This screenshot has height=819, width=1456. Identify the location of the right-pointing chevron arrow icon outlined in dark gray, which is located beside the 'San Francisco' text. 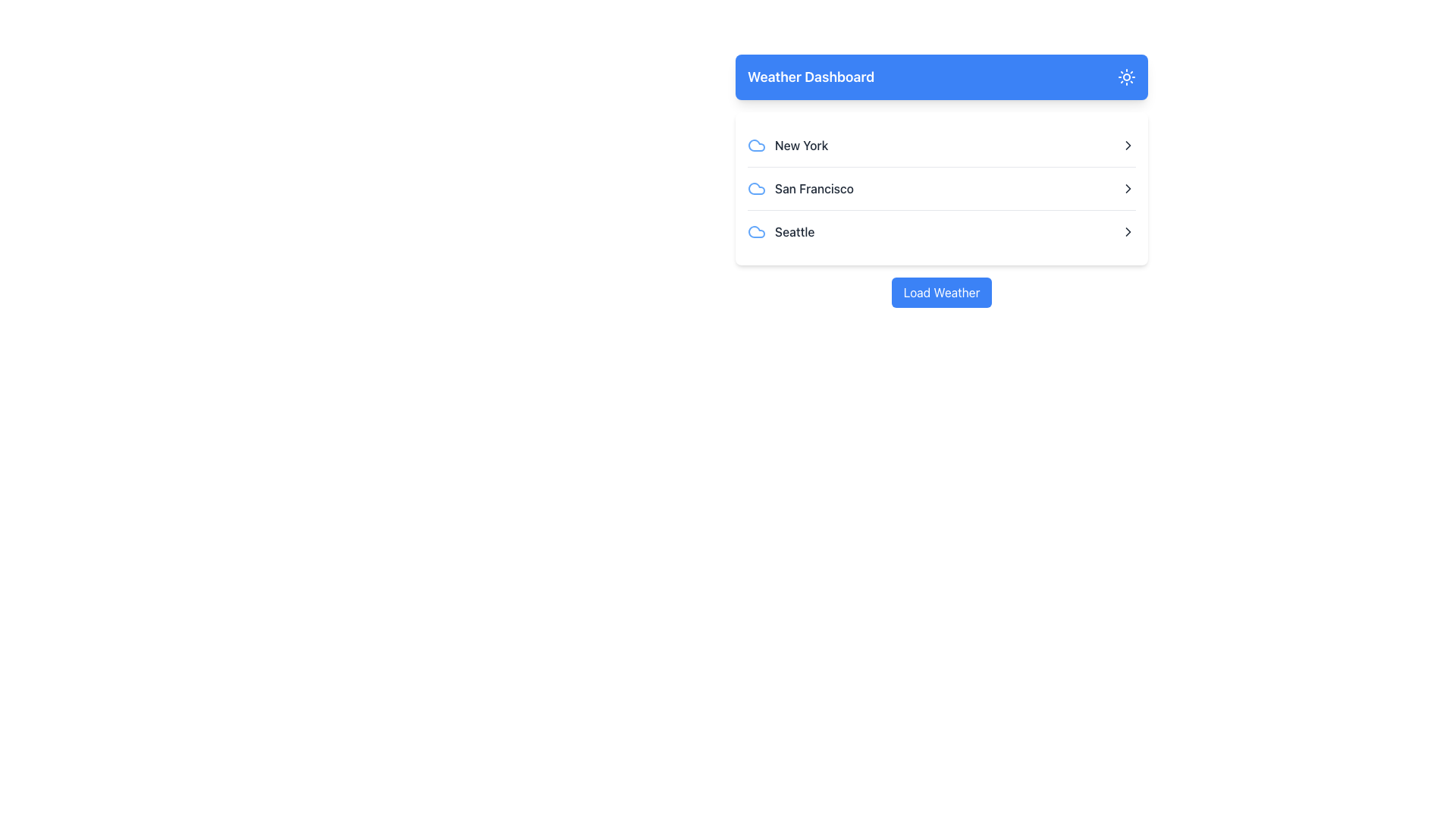
(1128, 188).